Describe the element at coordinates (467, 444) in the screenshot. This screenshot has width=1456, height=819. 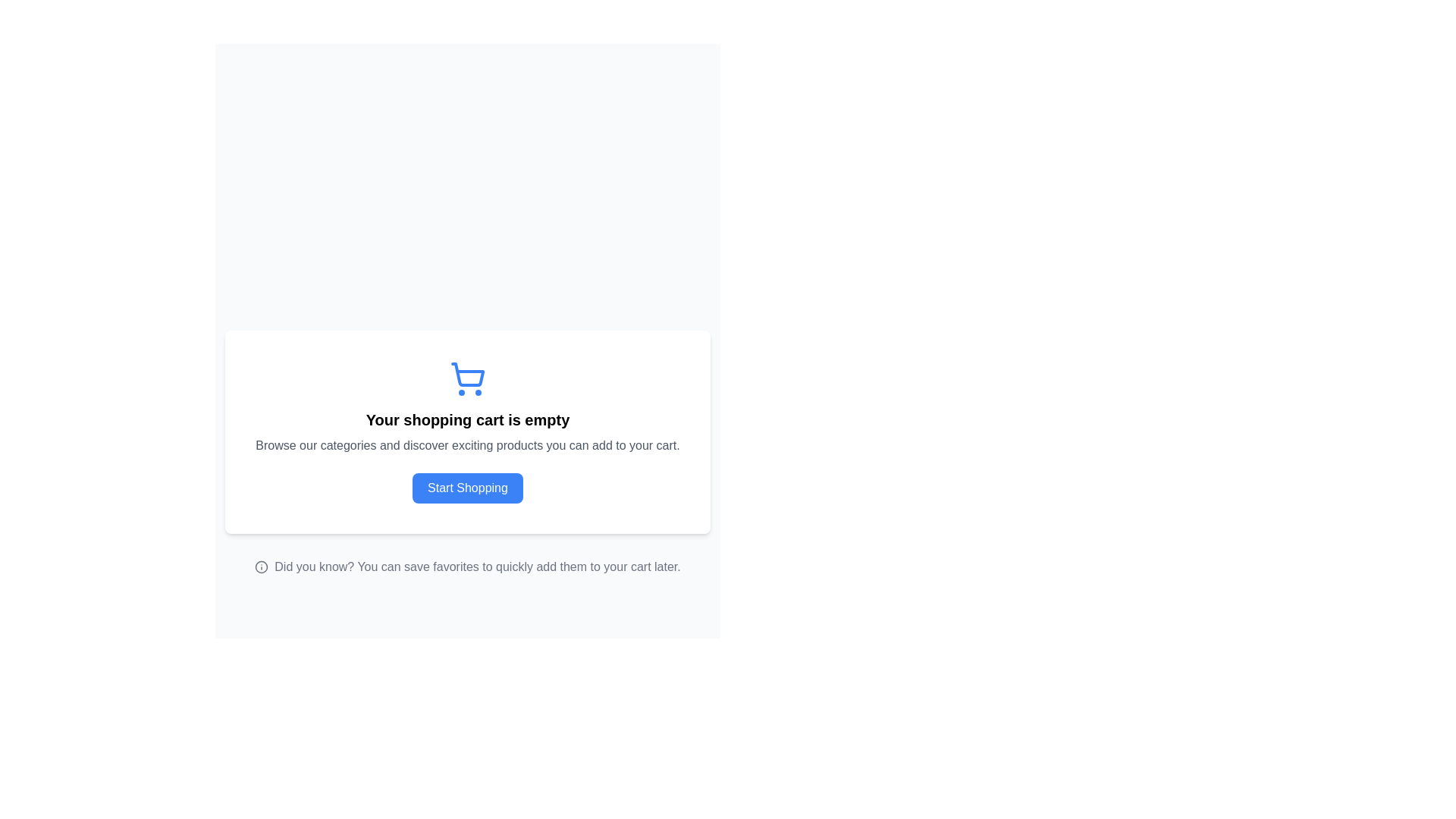
I see `the second static text element that provides guidance on exploring categories, positioned below the heading 'Your shopping cart is empty' and above the 'Start Shopping' button` at that location.